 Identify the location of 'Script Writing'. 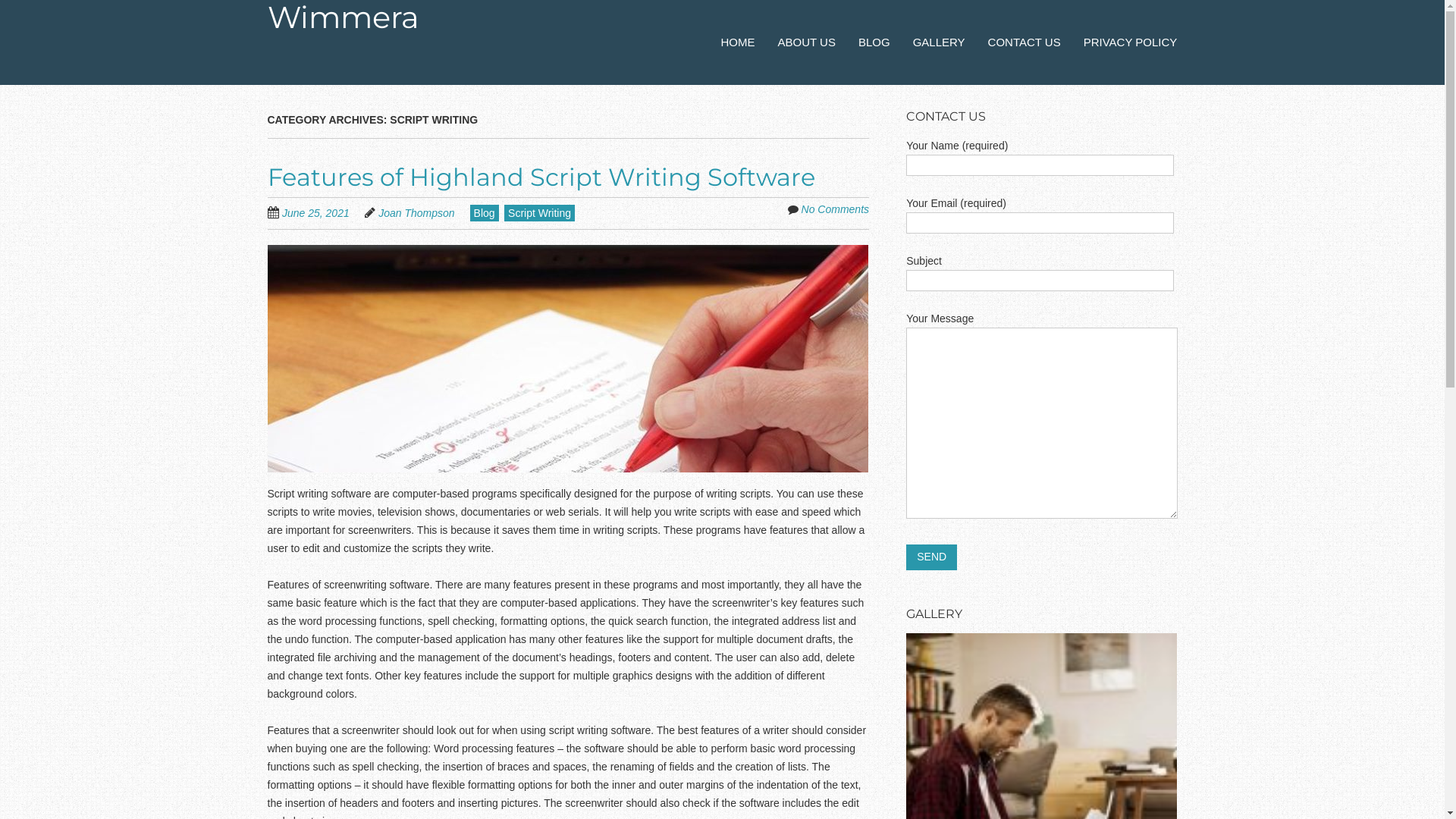
(539, 213).